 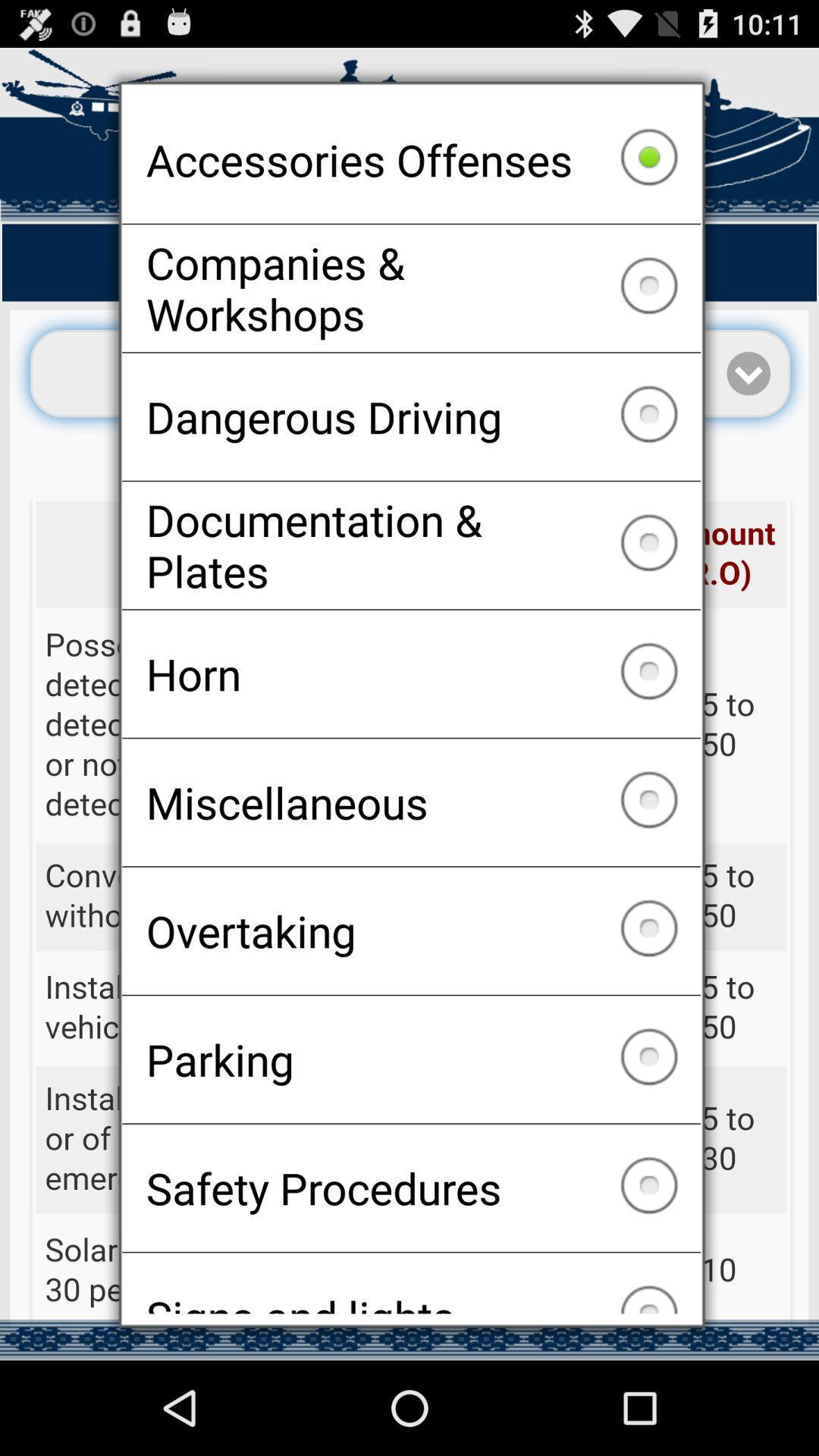 What do you see at coordinates (411, 673) in the screenshot?
I see `item below documentation & plates` at bounding box center [411, 673].